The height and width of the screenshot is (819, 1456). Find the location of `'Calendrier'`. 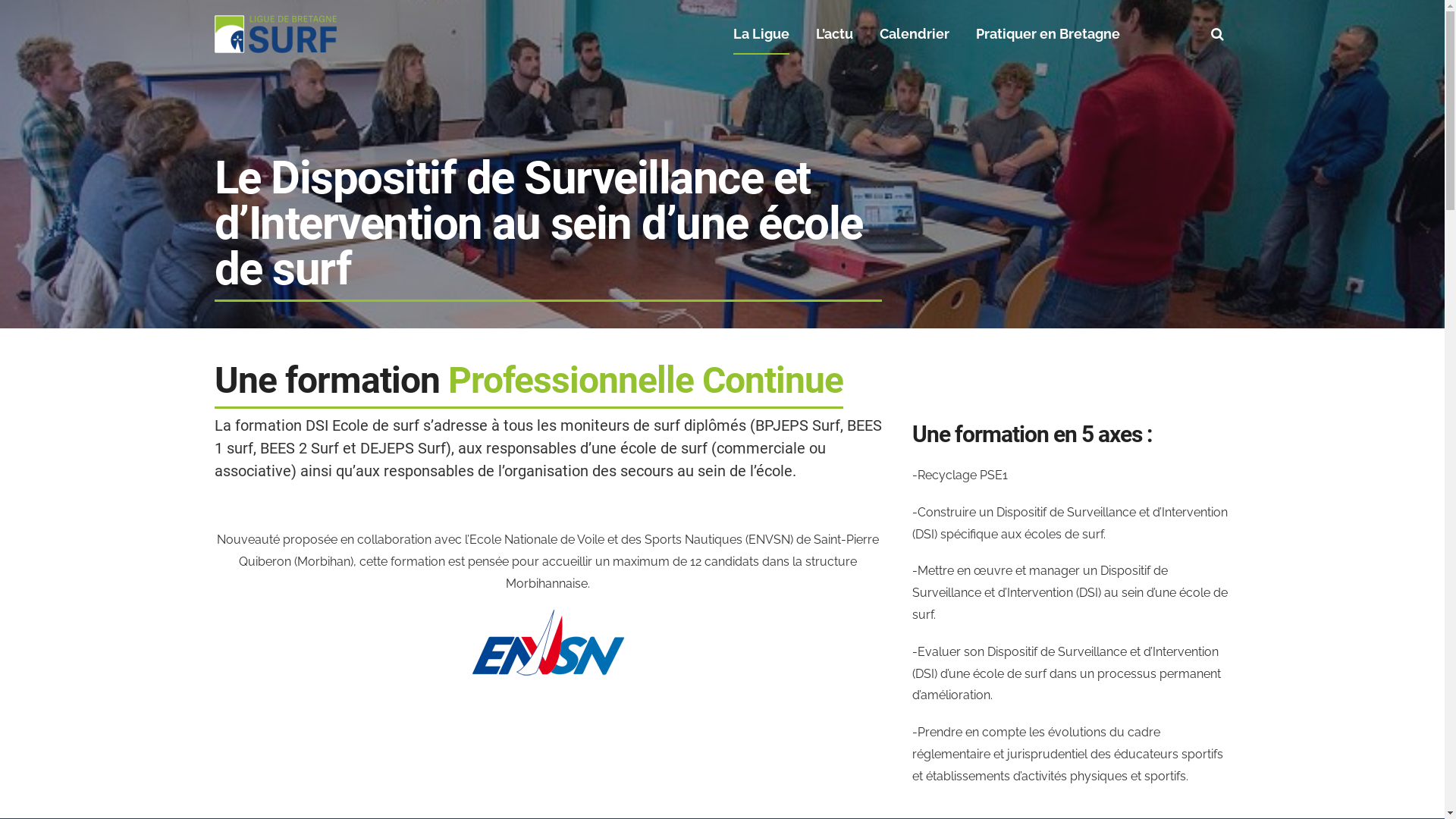

'Calendrier' is located at coordinates (913, 34).